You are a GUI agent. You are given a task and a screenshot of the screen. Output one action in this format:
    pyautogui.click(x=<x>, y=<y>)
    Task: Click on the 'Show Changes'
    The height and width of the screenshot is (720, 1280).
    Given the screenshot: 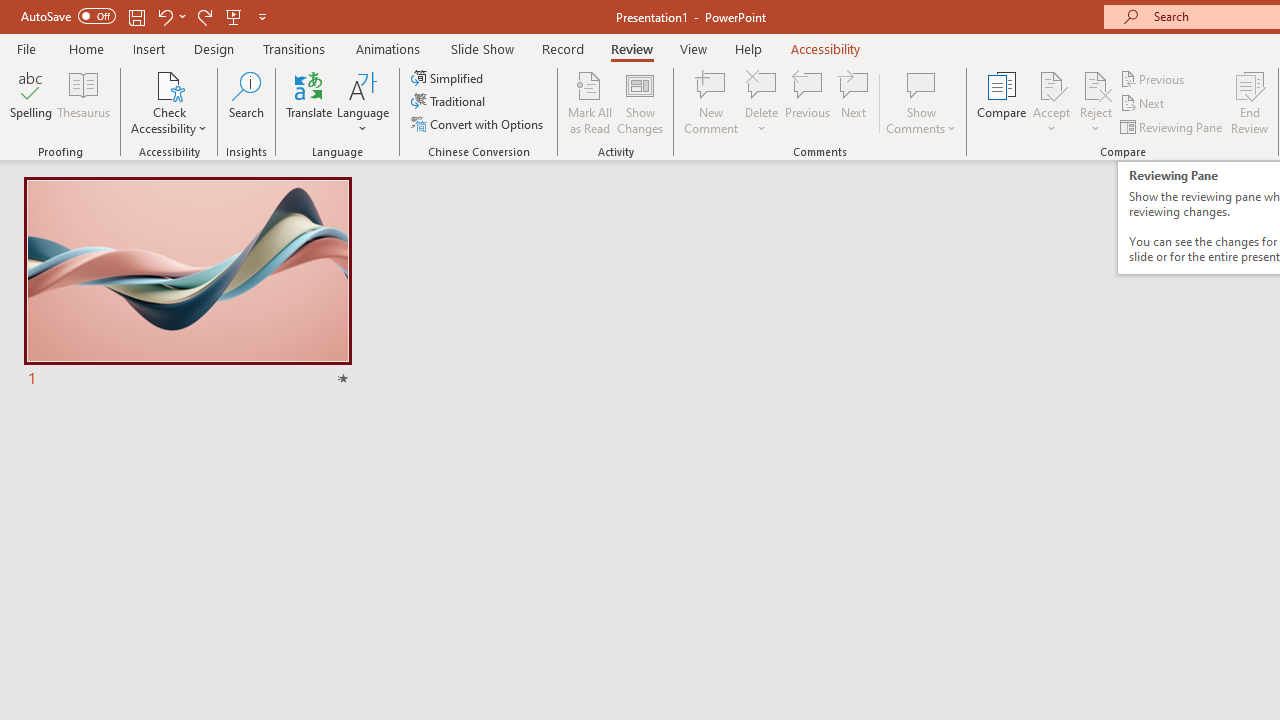 What is the action you would take?
    pyautogui.click(x=640, y=103)
    